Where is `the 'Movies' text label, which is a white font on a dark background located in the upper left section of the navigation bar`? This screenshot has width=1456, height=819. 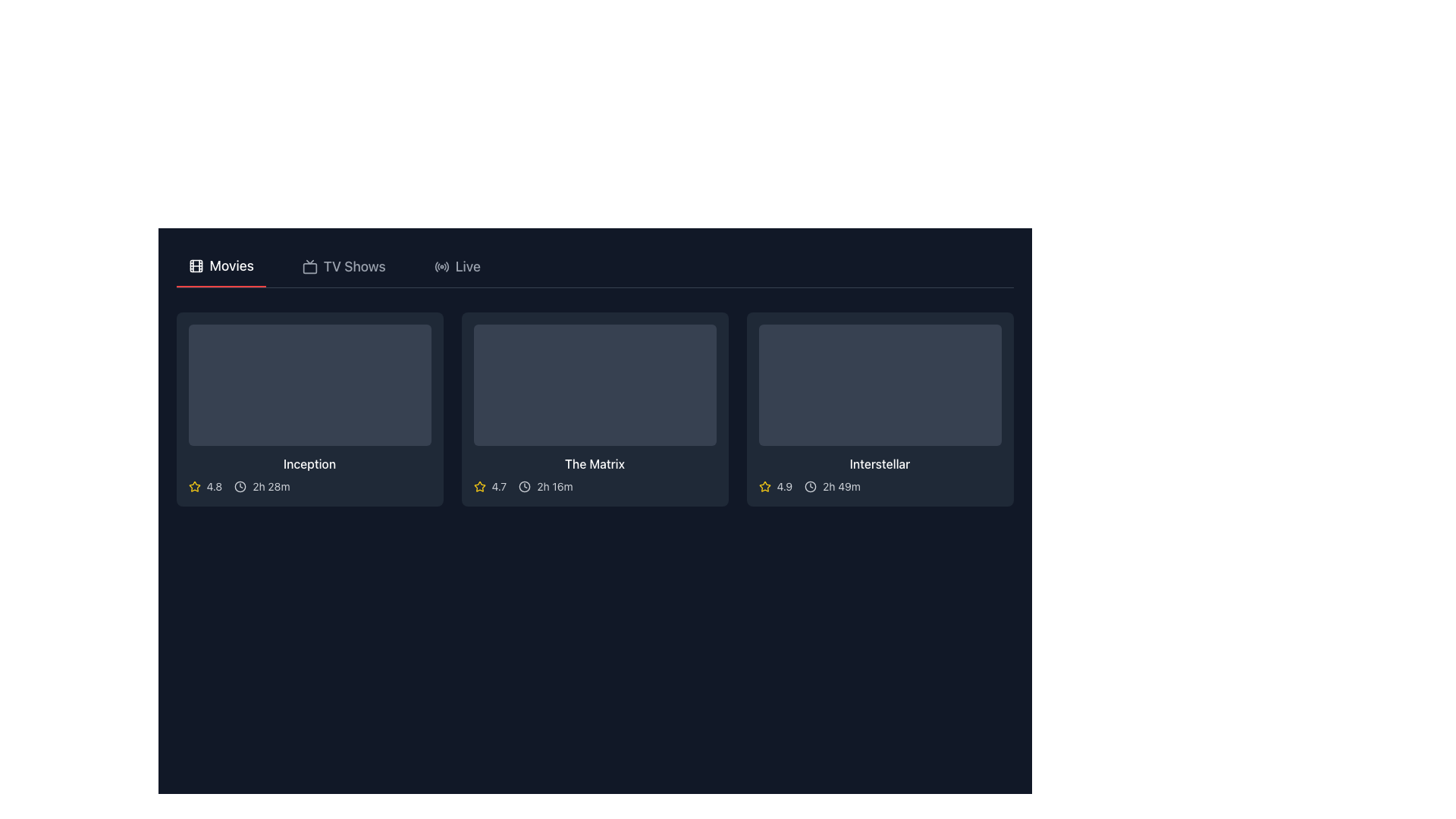
the 'Movies' text label, which is a white font on a dark background located in the upper left section of the navigation bar is located at coordinates (231, 265).